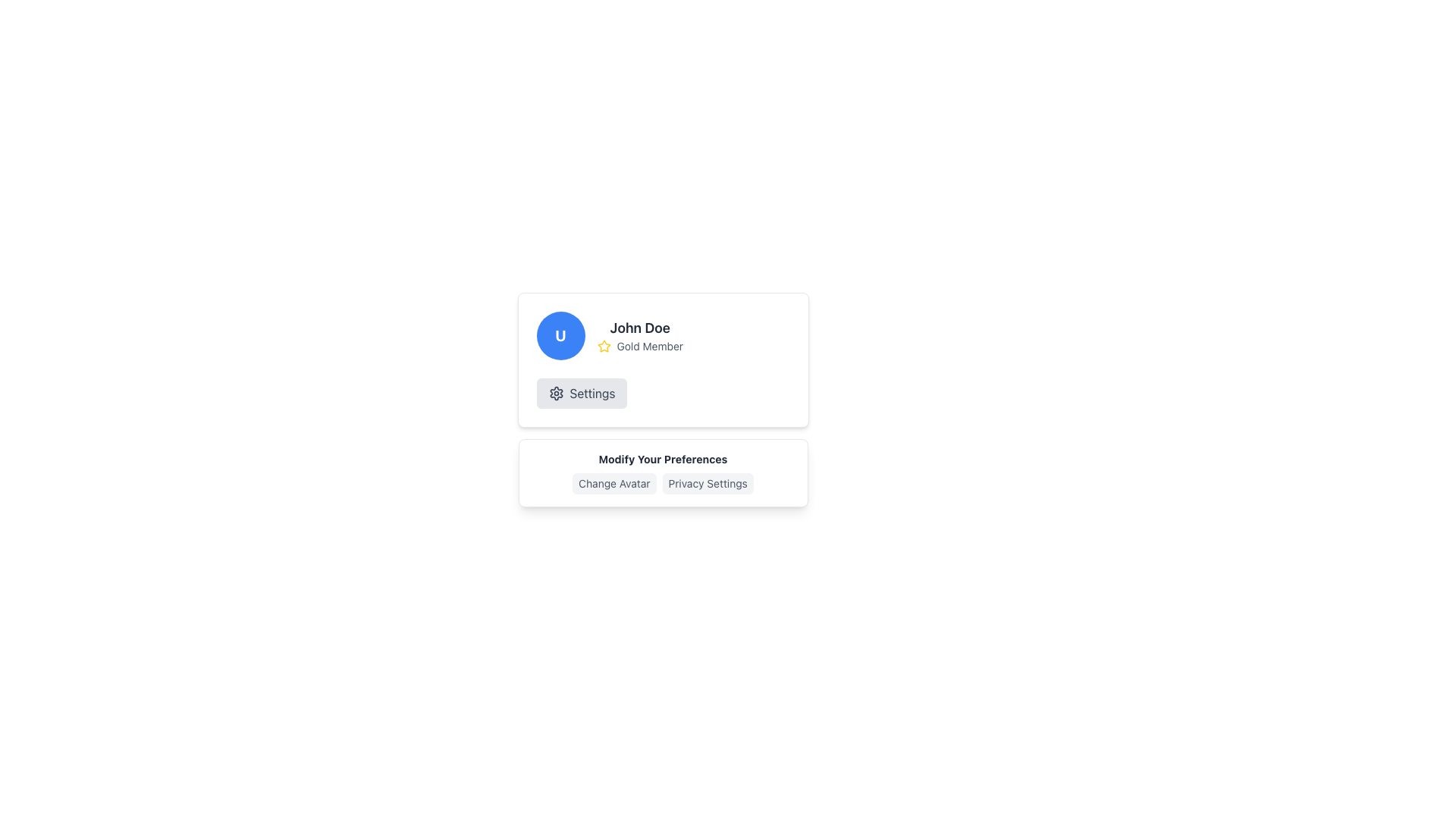 The width and height of the screenshot is (1456, 819). I want to click on the small gear icon representing settings functionalities, which is located above the text 'Settings', so click(555, 393).